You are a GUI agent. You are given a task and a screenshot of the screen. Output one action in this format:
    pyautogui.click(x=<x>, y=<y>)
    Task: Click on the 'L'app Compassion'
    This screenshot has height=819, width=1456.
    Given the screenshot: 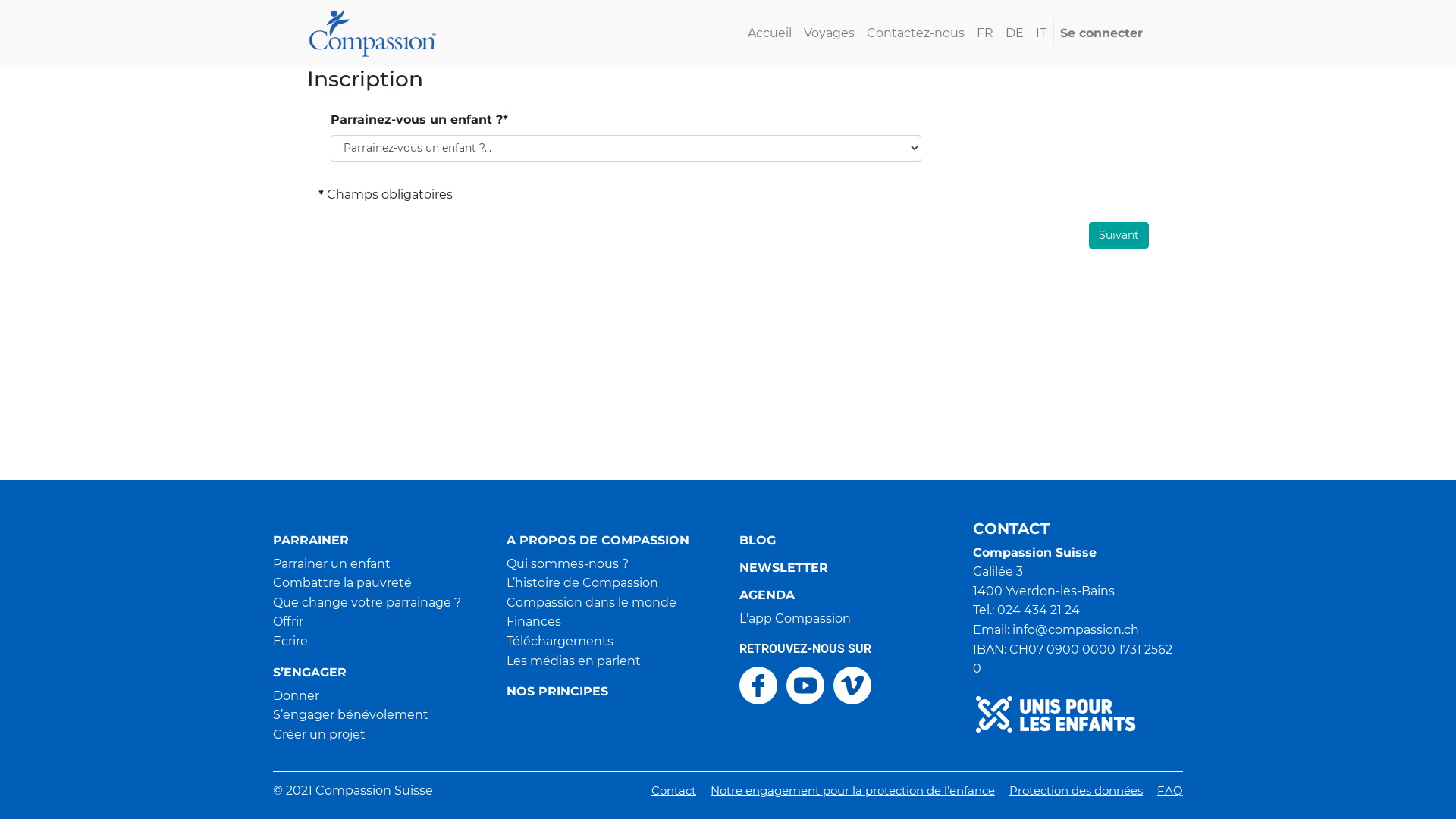 What is the action you would take?
    pyautogui.click(x=739, y=618)
    